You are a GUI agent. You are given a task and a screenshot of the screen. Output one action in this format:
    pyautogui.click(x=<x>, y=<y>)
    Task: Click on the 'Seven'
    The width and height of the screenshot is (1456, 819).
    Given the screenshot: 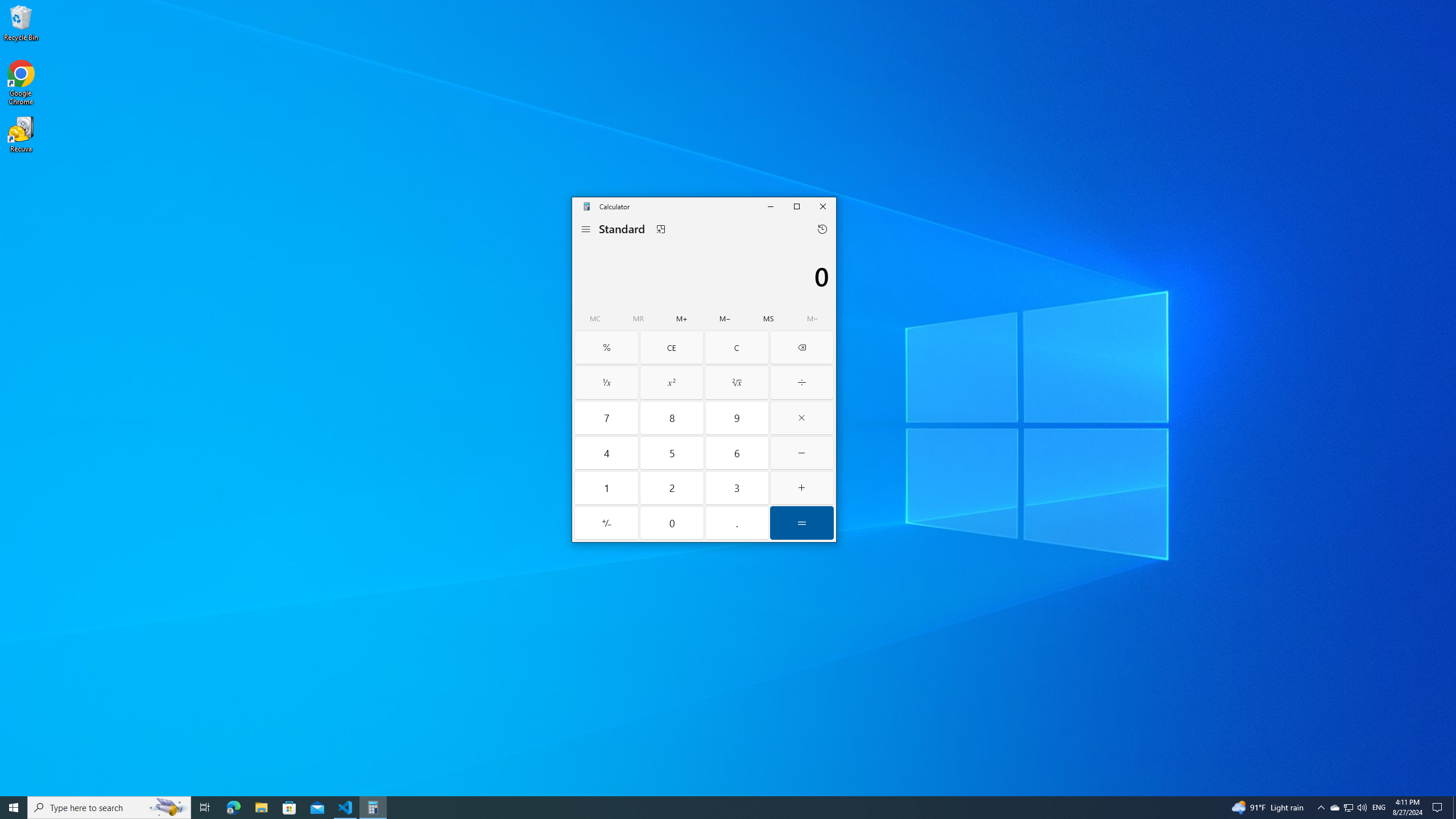 What is the action you would take?
    pyautogui.click(x=607, y=418)
    